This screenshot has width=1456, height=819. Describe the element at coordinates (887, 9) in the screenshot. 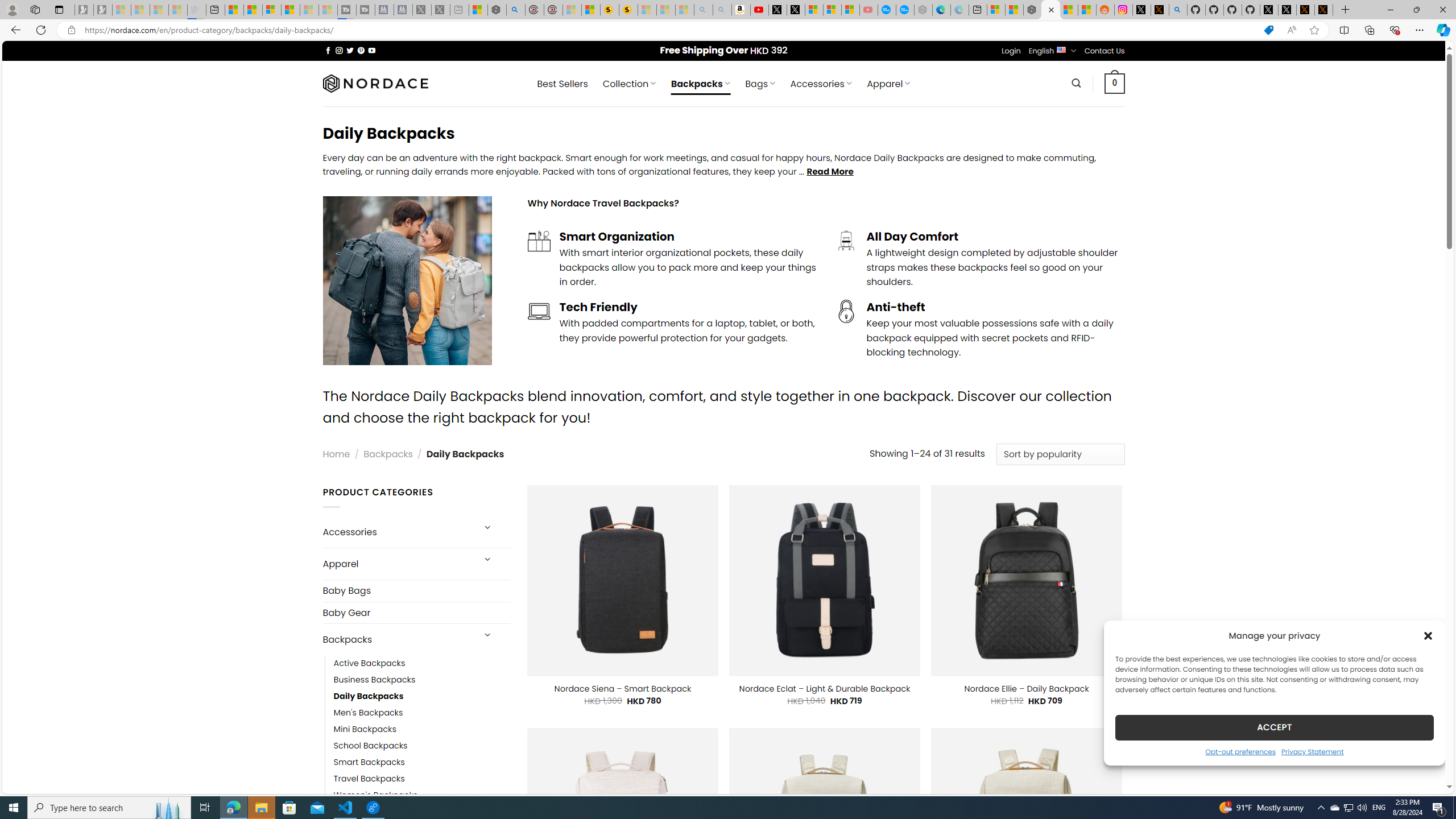

I see `'Opinion: Op-Ed and Commentary - USA TODAY'` at that location.